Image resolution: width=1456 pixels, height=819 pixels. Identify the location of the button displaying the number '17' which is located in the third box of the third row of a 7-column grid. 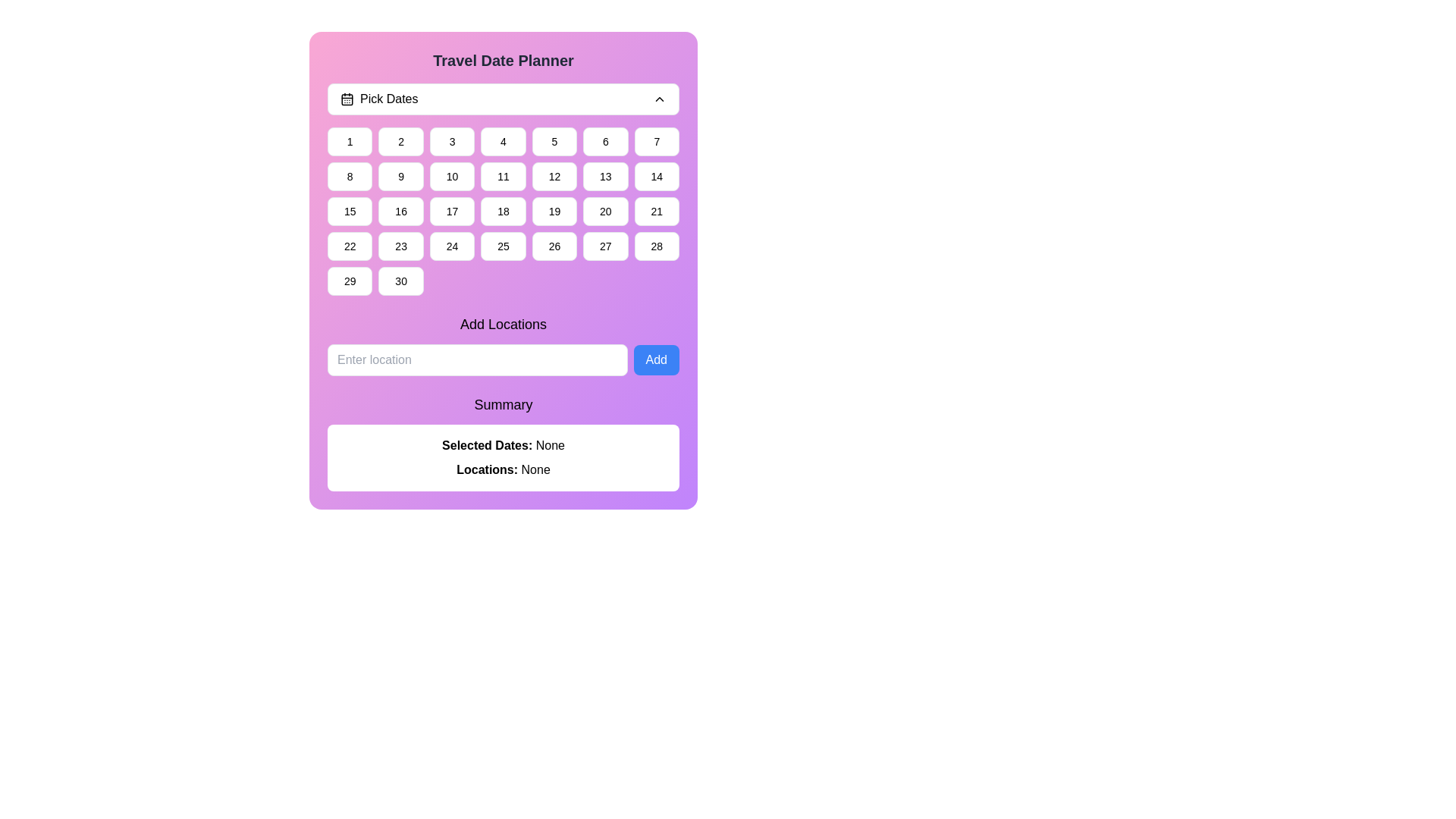
(451, 211).